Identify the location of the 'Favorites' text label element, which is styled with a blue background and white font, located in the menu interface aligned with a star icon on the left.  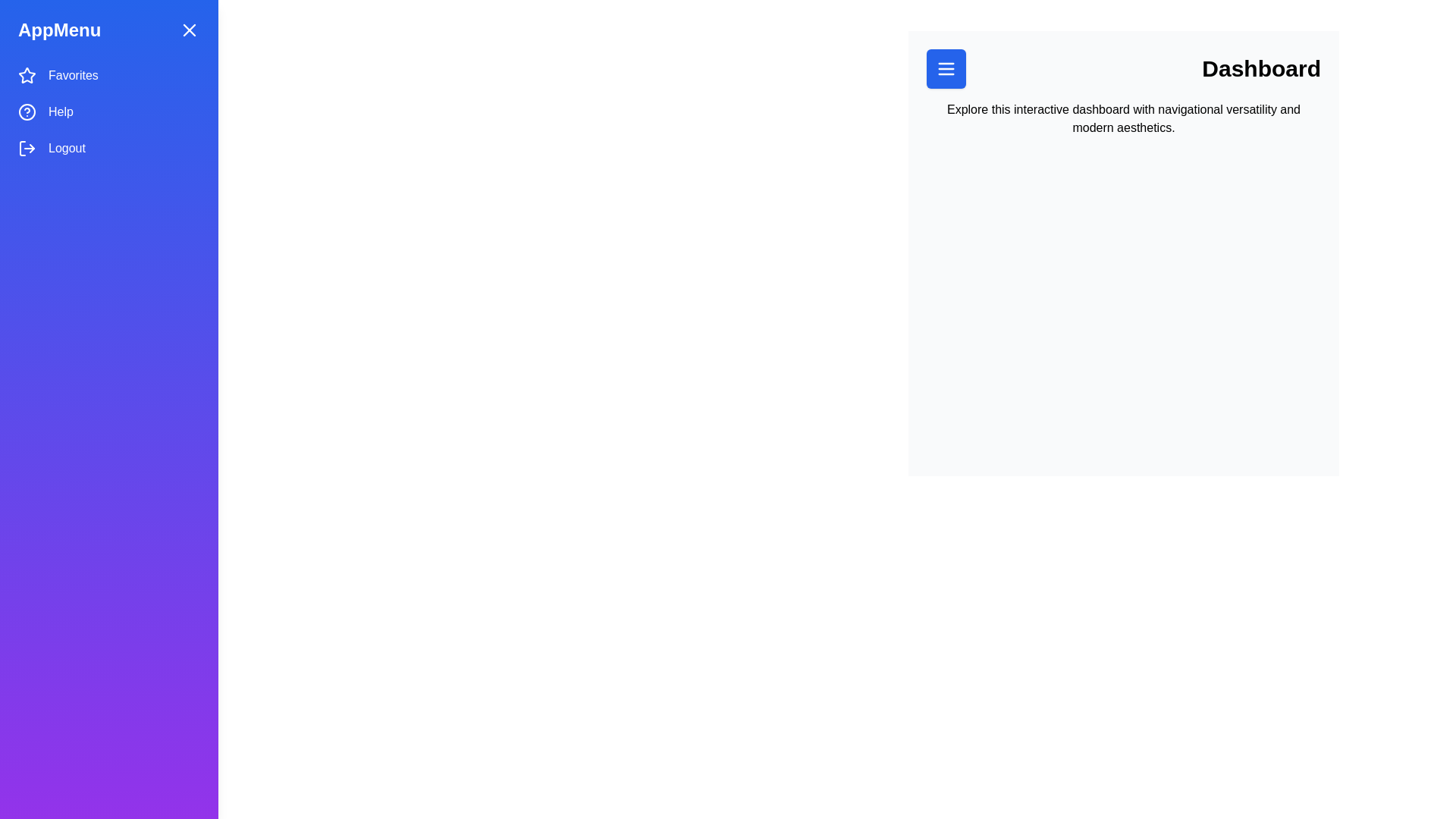
(72, 76).